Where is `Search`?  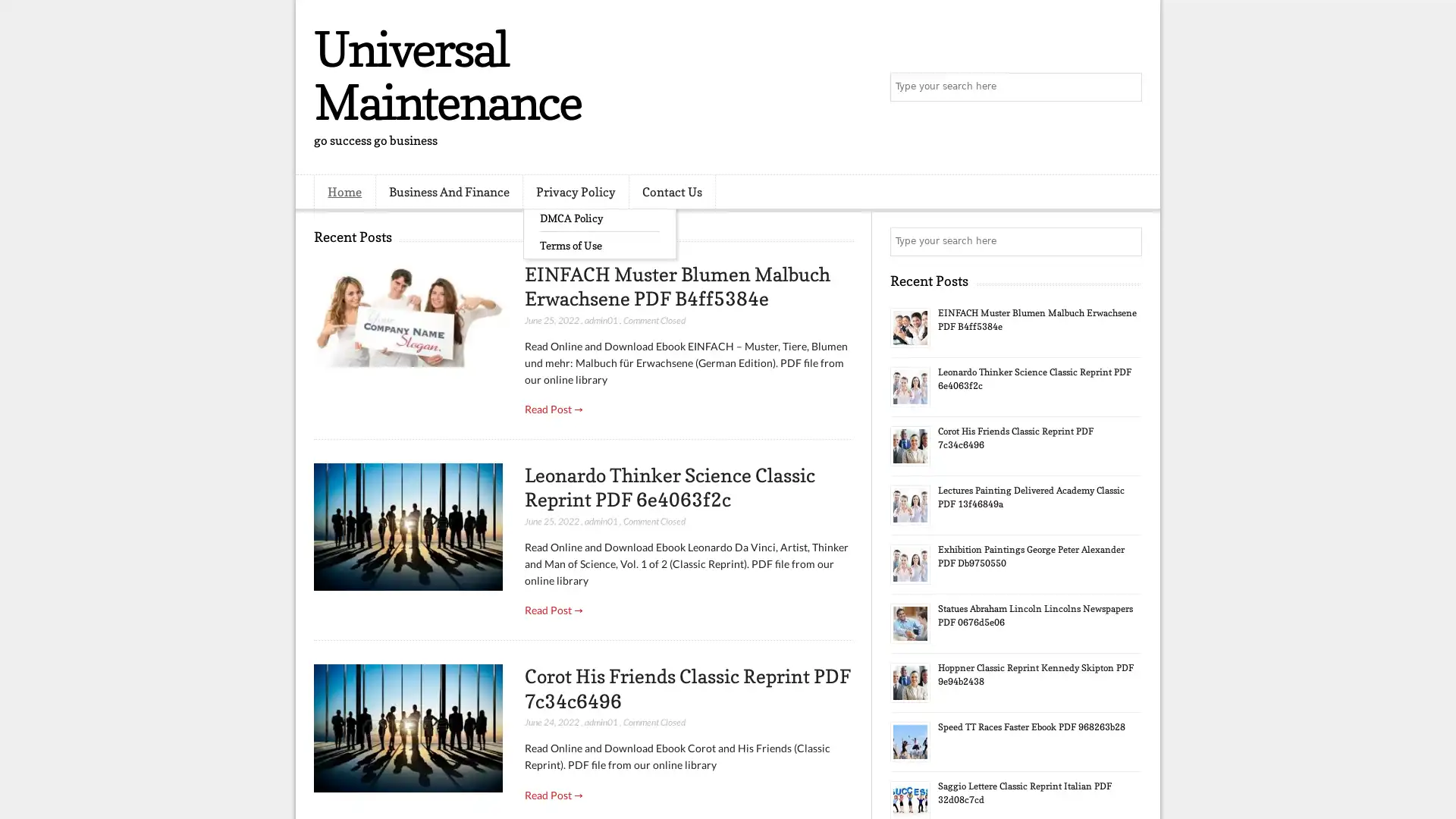 Search is located at coordinates (1126, 241).